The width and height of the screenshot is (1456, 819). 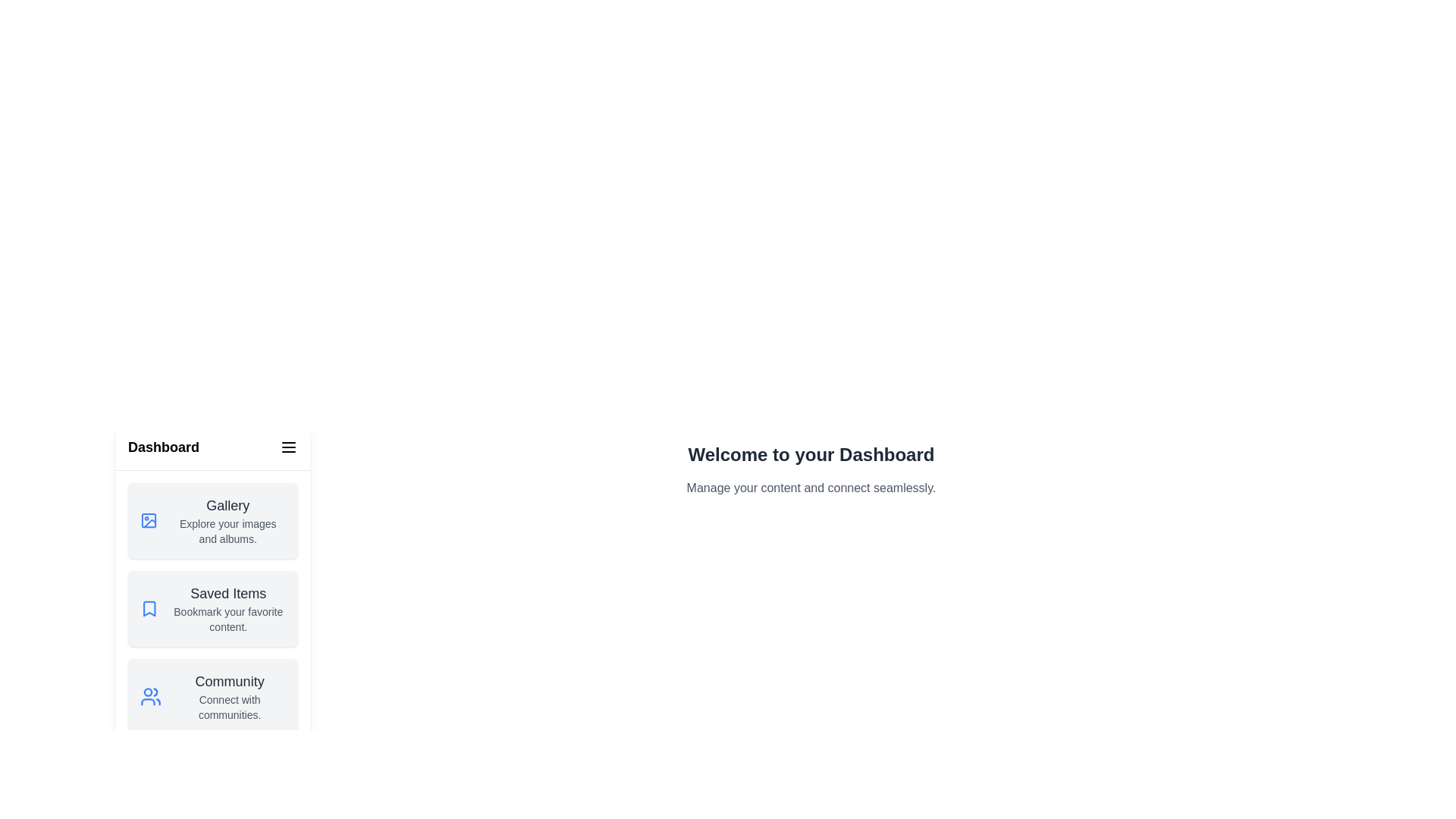 What do you see at coordinates (212, 696) in the screenshot?
I see `the section Community in the drawer` at bounding box center [212, 696].